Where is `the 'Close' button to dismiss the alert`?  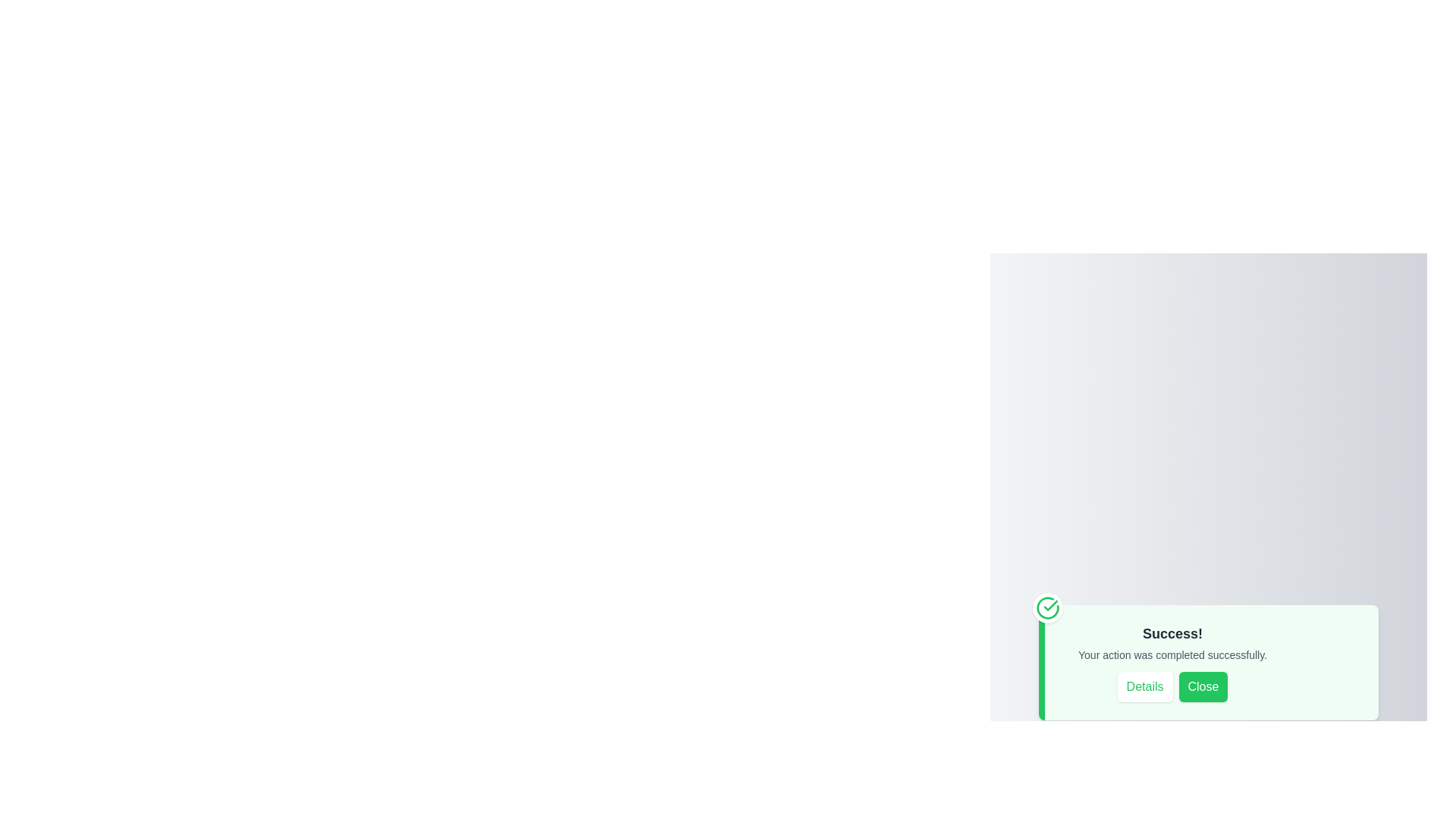 the 'Close' button to dismiss the alert is located at coordinates (1202, 687).